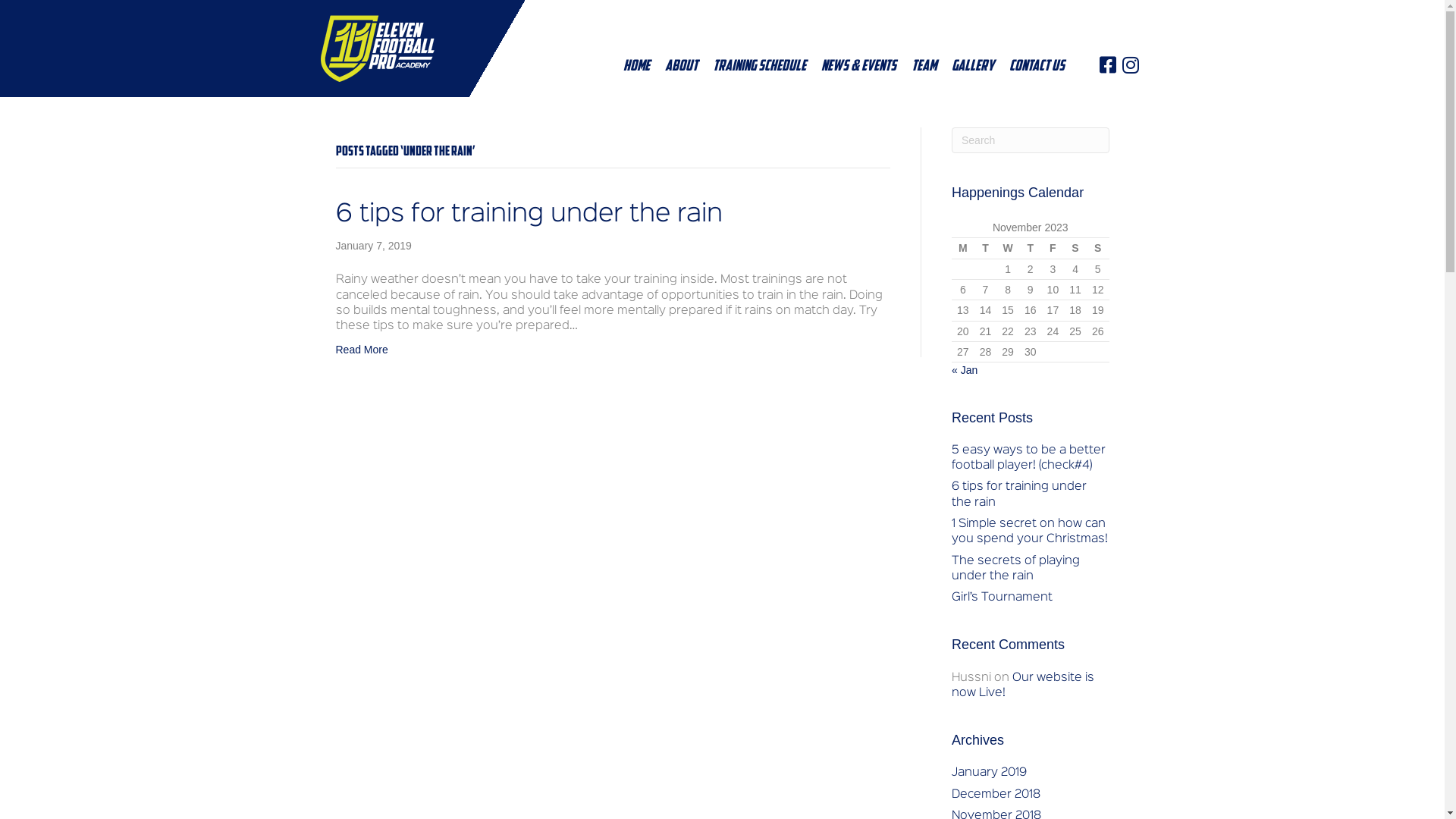 This screenshot has height=819, width=1456. I want to click on '5 easy ways to be a better football player! (check#4)', so click(950, 457).